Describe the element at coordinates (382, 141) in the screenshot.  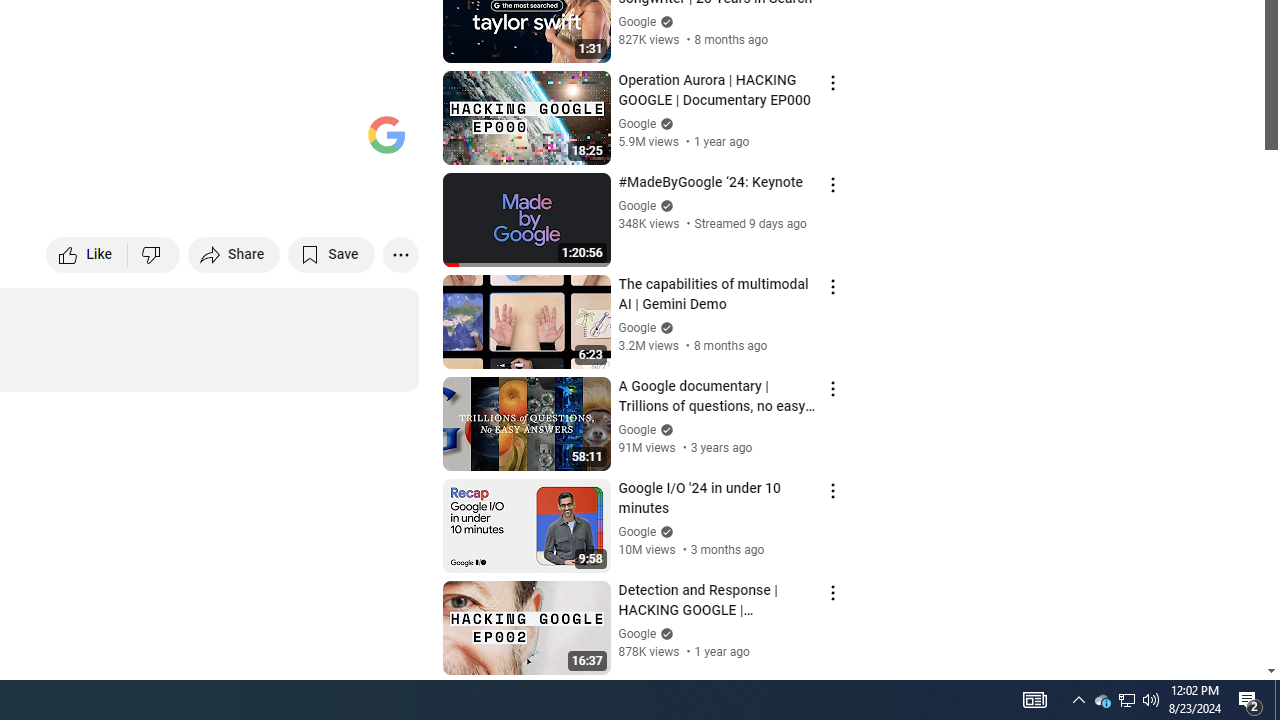
I see `'Full screen (f)'` at that location.